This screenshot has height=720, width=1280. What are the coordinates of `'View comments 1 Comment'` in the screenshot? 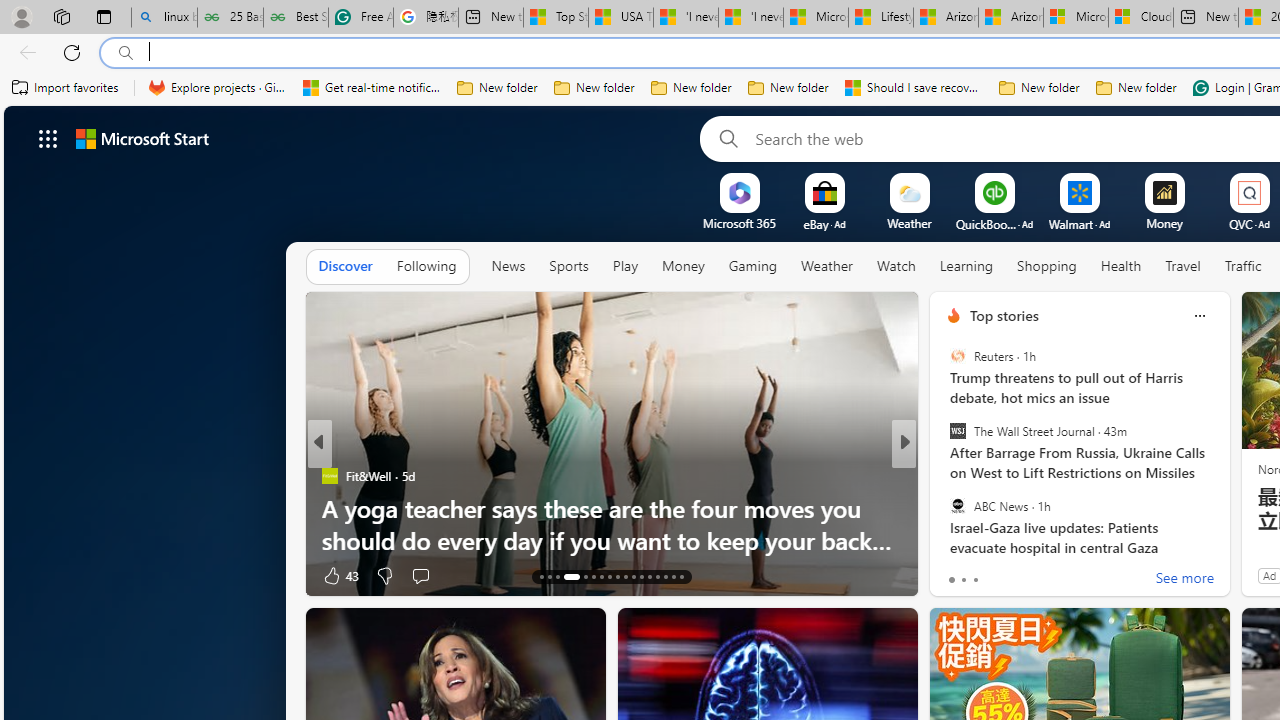 It's located at (1036, 575).